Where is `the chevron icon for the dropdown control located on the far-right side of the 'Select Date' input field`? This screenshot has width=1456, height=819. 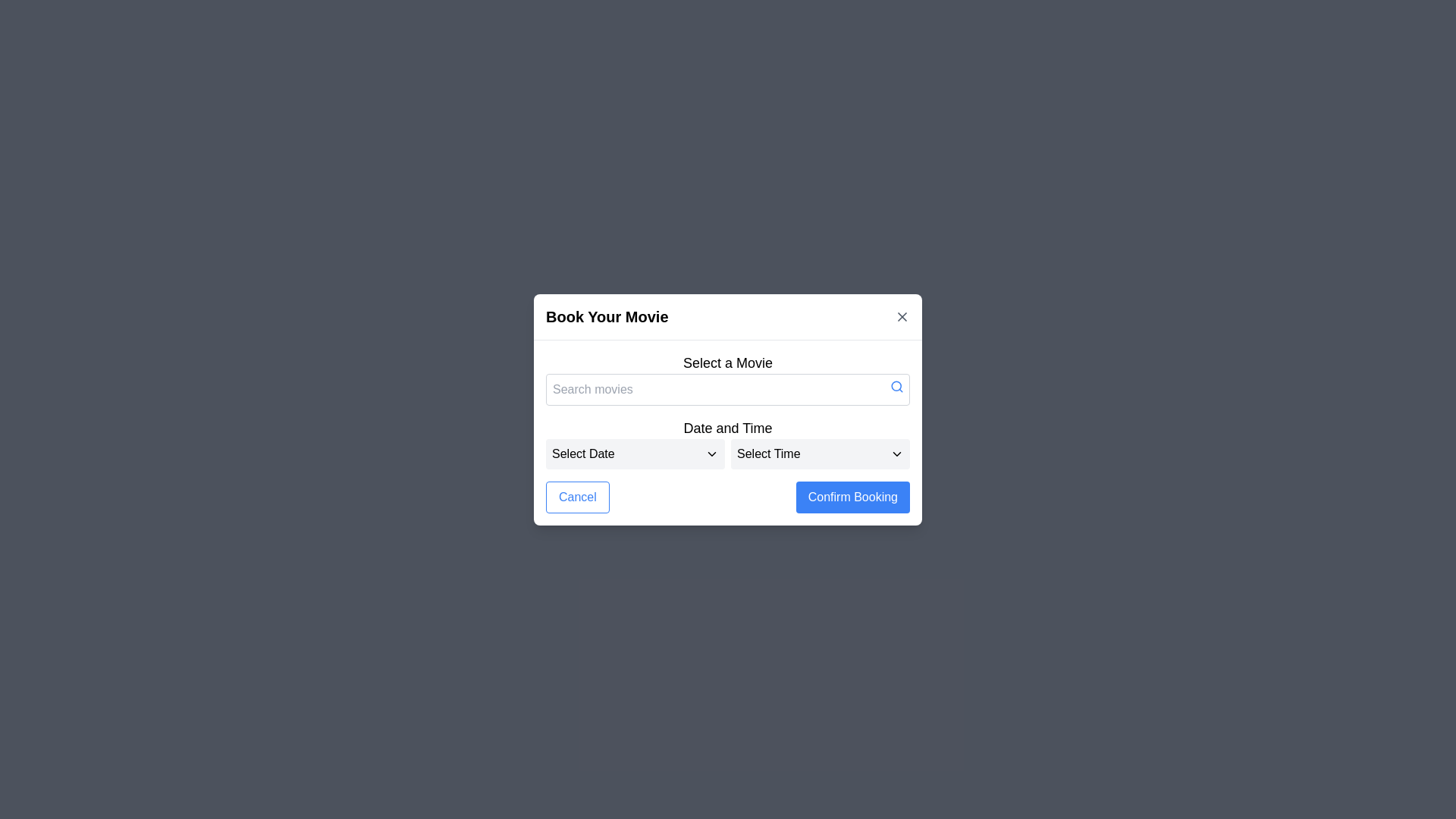
the chevron icon for the dropdown control located on the far-right side of the 'Select Date' input field is located at coordinates (711, 453).